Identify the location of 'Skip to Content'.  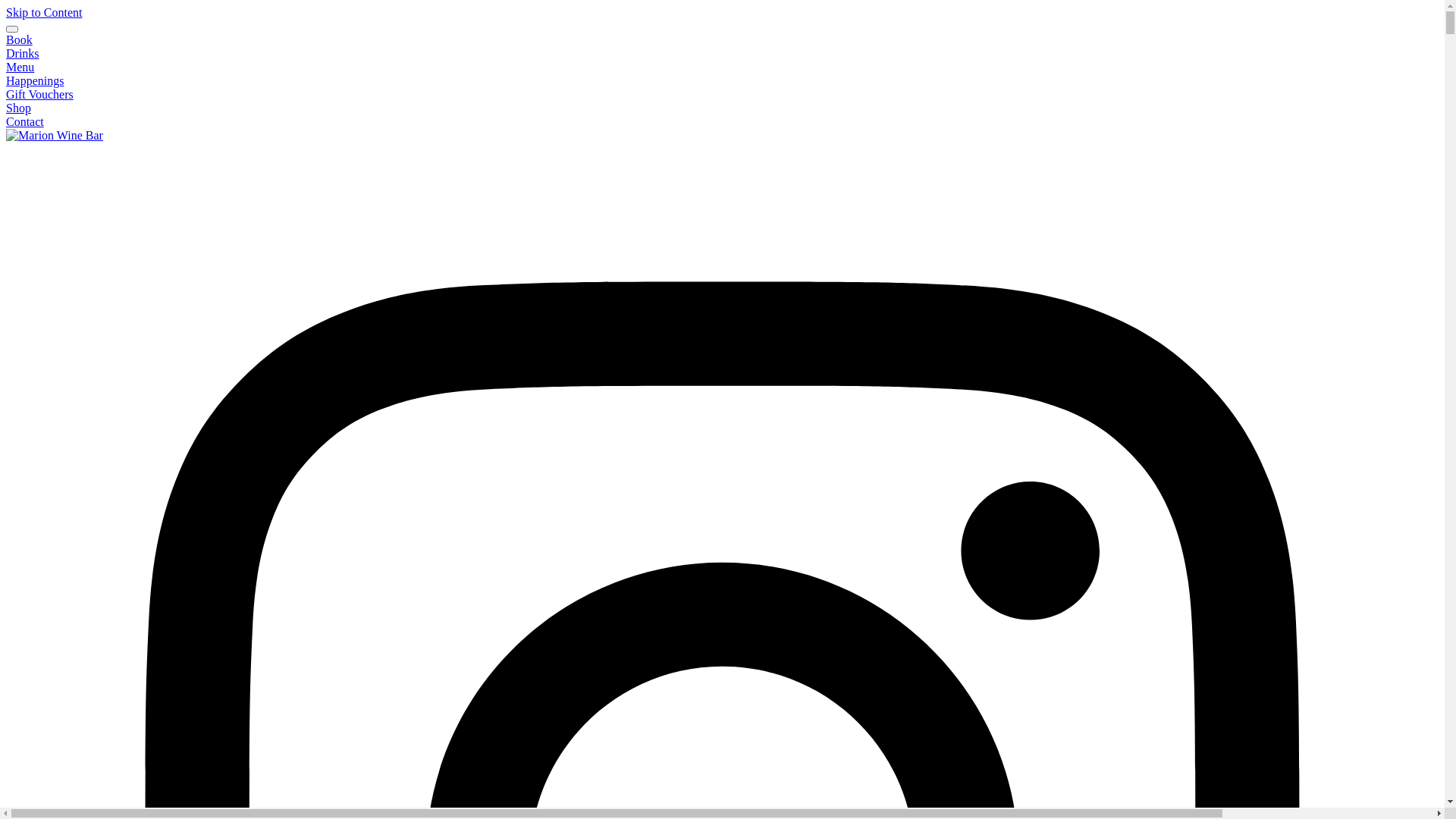
(43, 12).